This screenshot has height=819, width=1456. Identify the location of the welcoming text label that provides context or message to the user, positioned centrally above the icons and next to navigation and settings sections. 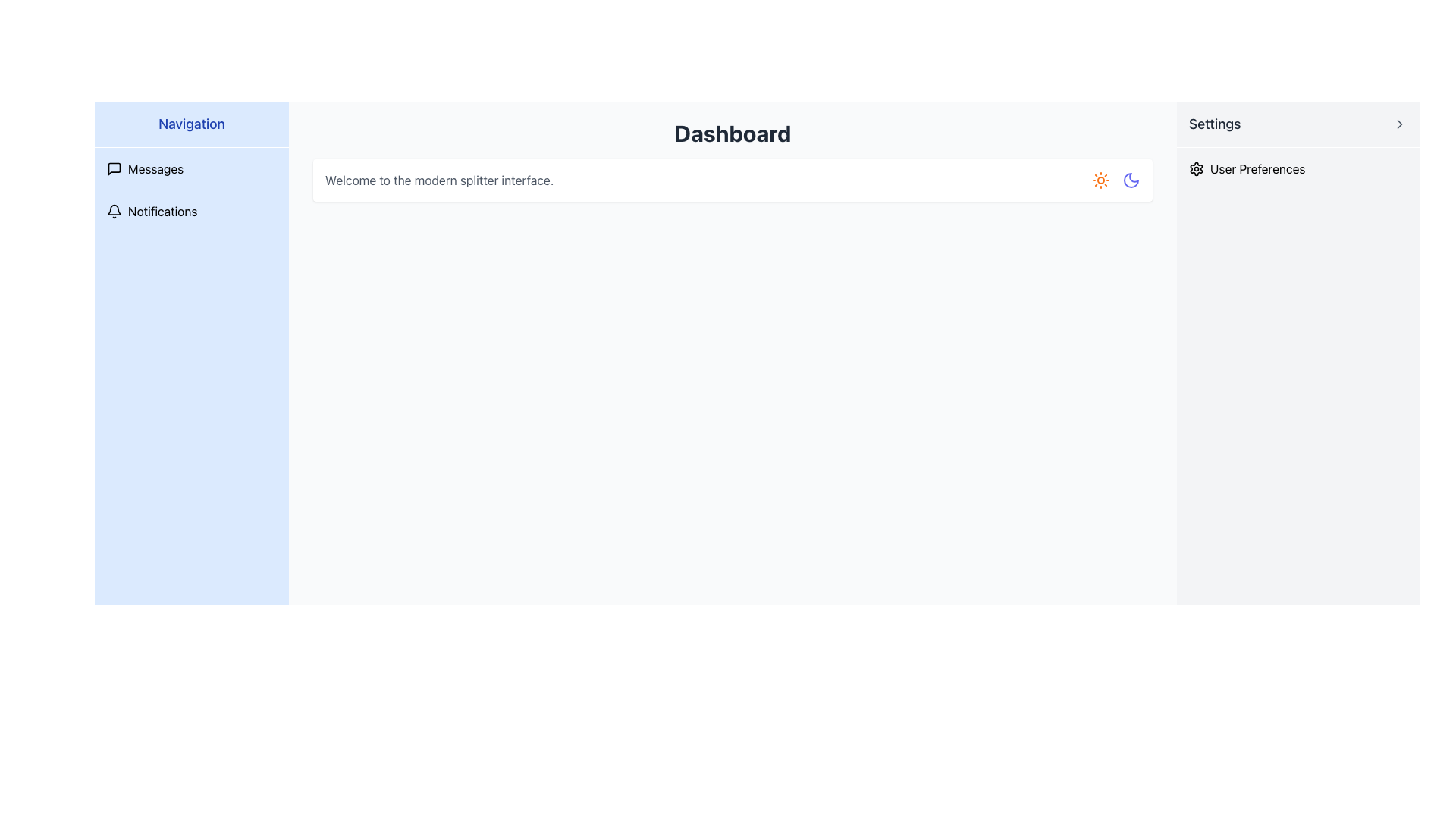
(438, 180).